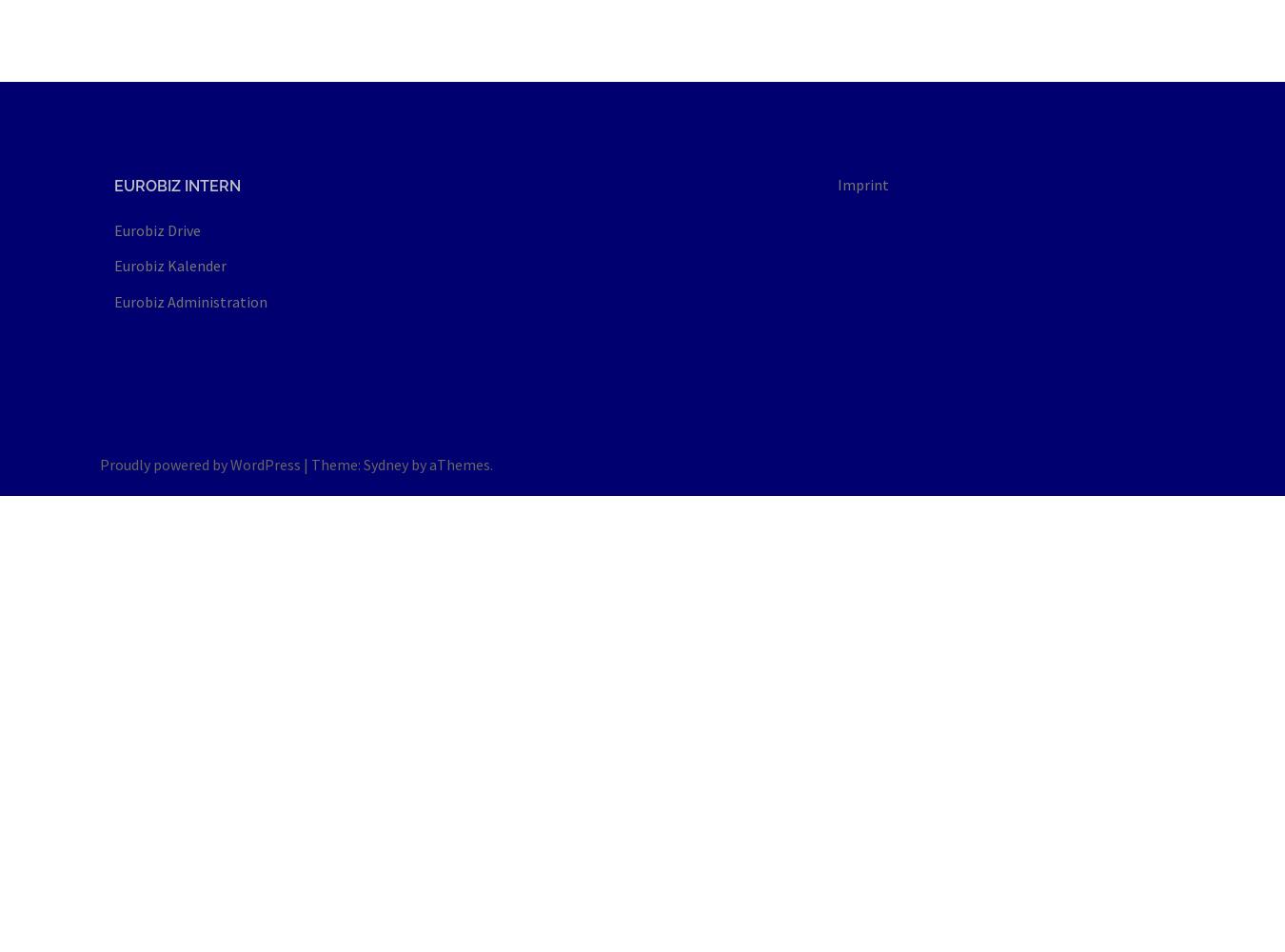  What do you see at coordinates (306, 463) in the screenshot?
I see `'|'` at bounding box center [306, 463].